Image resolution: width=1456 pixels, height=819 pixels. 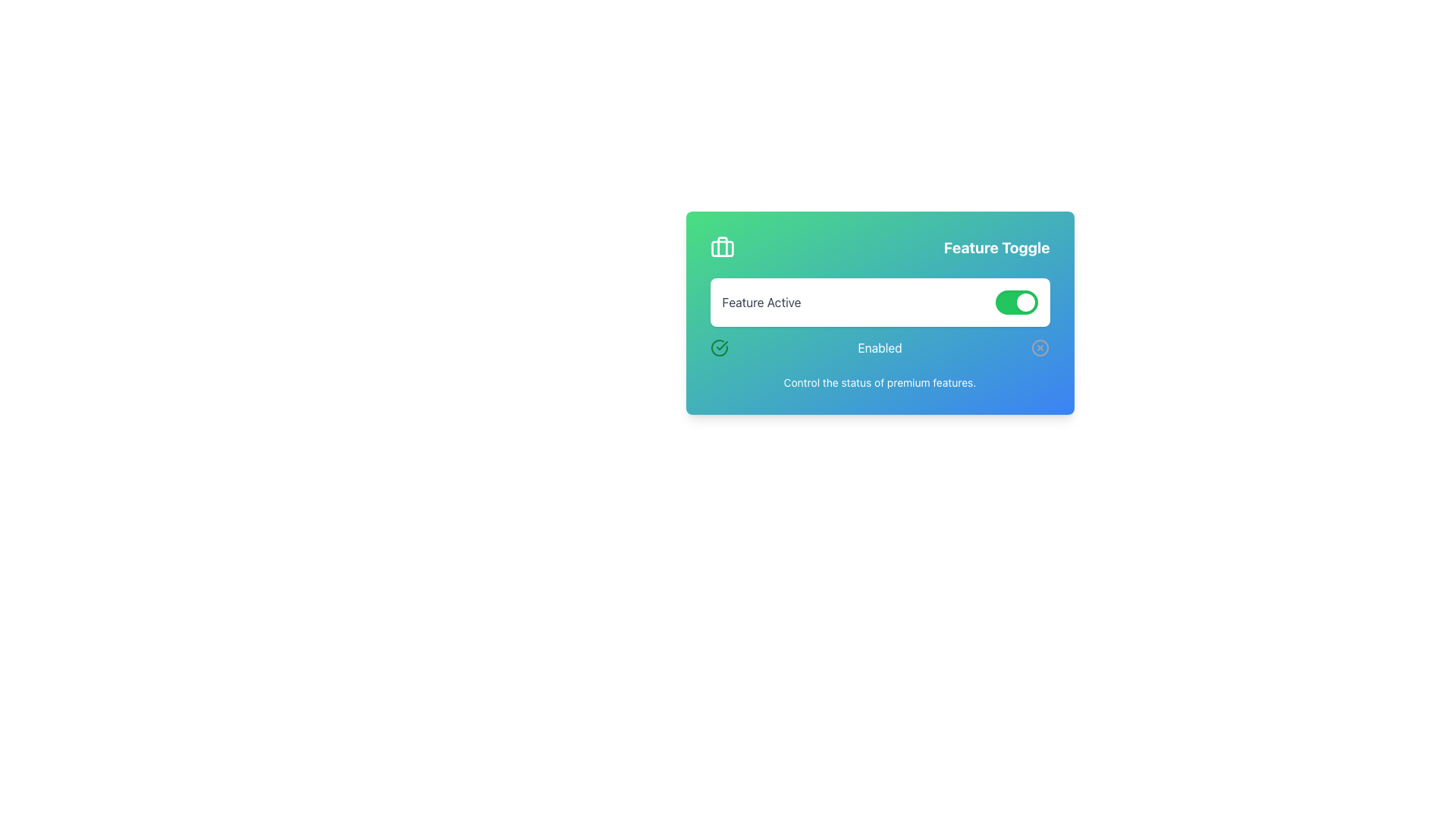 What do you see at coordinates (720, 345) in the screenshot?
I see `the green checkmark icon which is visually contained within a circular boundary` at bounding box center [720, 345].